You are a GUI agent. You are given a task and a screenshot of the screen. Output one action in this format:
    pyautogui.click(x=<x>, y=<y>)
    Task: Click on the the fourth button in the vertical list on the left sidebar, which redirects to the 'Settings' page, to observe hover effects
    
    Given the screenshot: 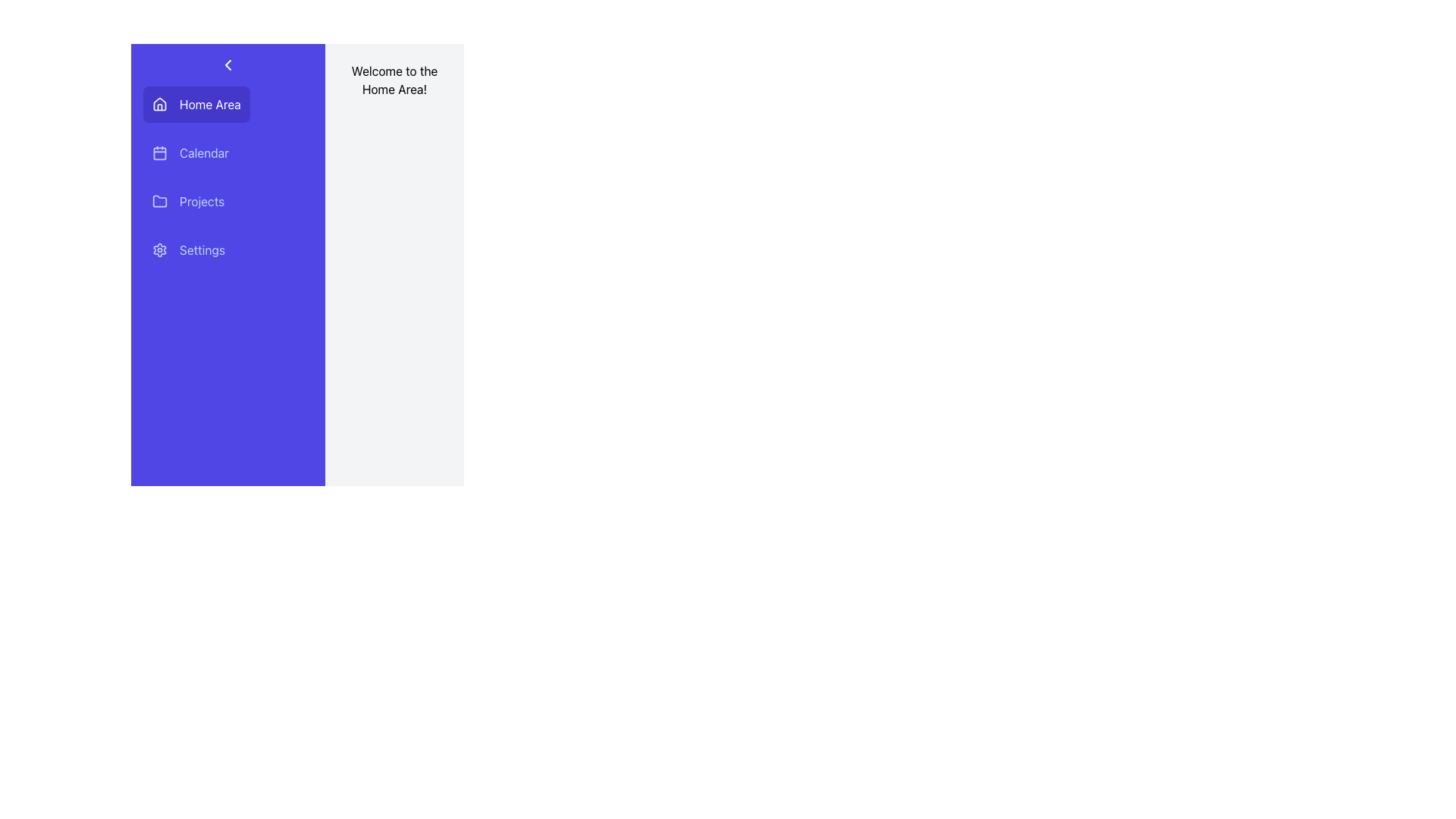 What is the action you would take?
    pyautogui.click(x=188, y=249)
    